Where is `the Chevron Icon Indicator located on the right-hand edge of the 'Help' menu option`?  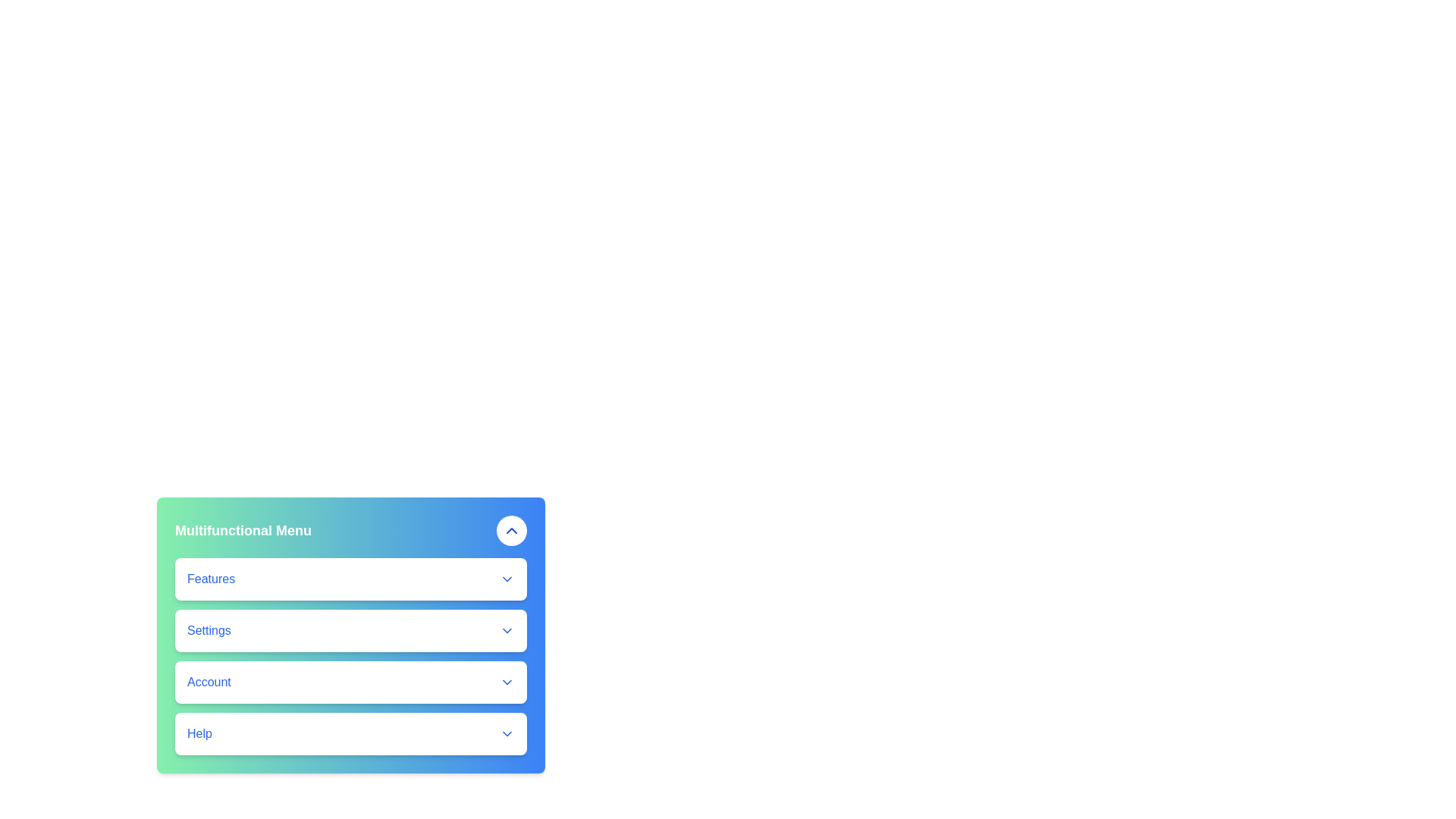 the Chevron Icon Indicator located on the right-hand edge of the 'Help' menu option is located at coordinates (507, 733).